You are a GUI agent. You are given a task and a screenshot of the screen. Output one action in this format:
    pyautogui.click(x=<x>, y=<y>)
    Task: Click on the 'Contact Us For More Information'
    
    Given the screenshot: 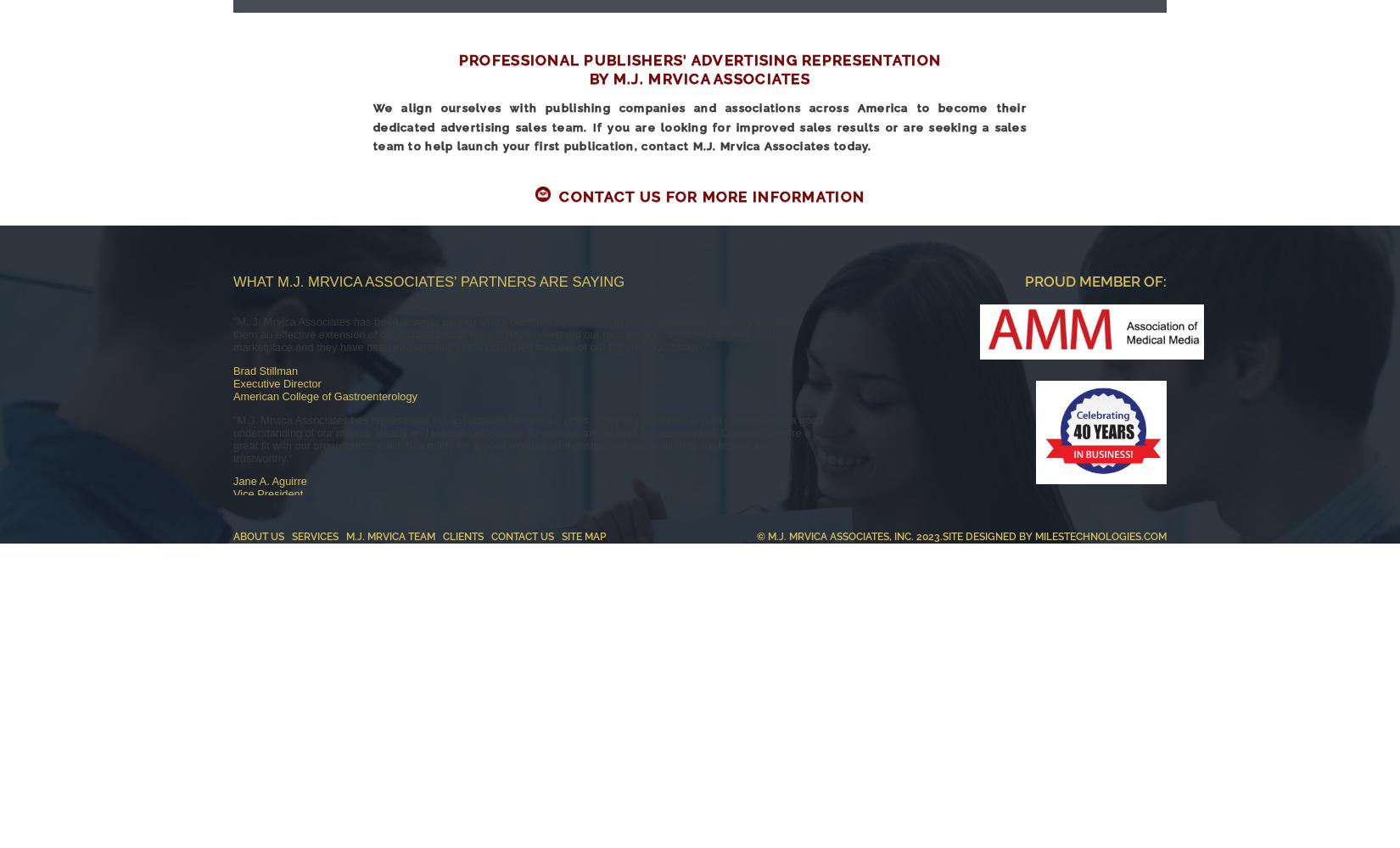 What is the action you would take?
    pyautogui.click(x=712, y=195)
    